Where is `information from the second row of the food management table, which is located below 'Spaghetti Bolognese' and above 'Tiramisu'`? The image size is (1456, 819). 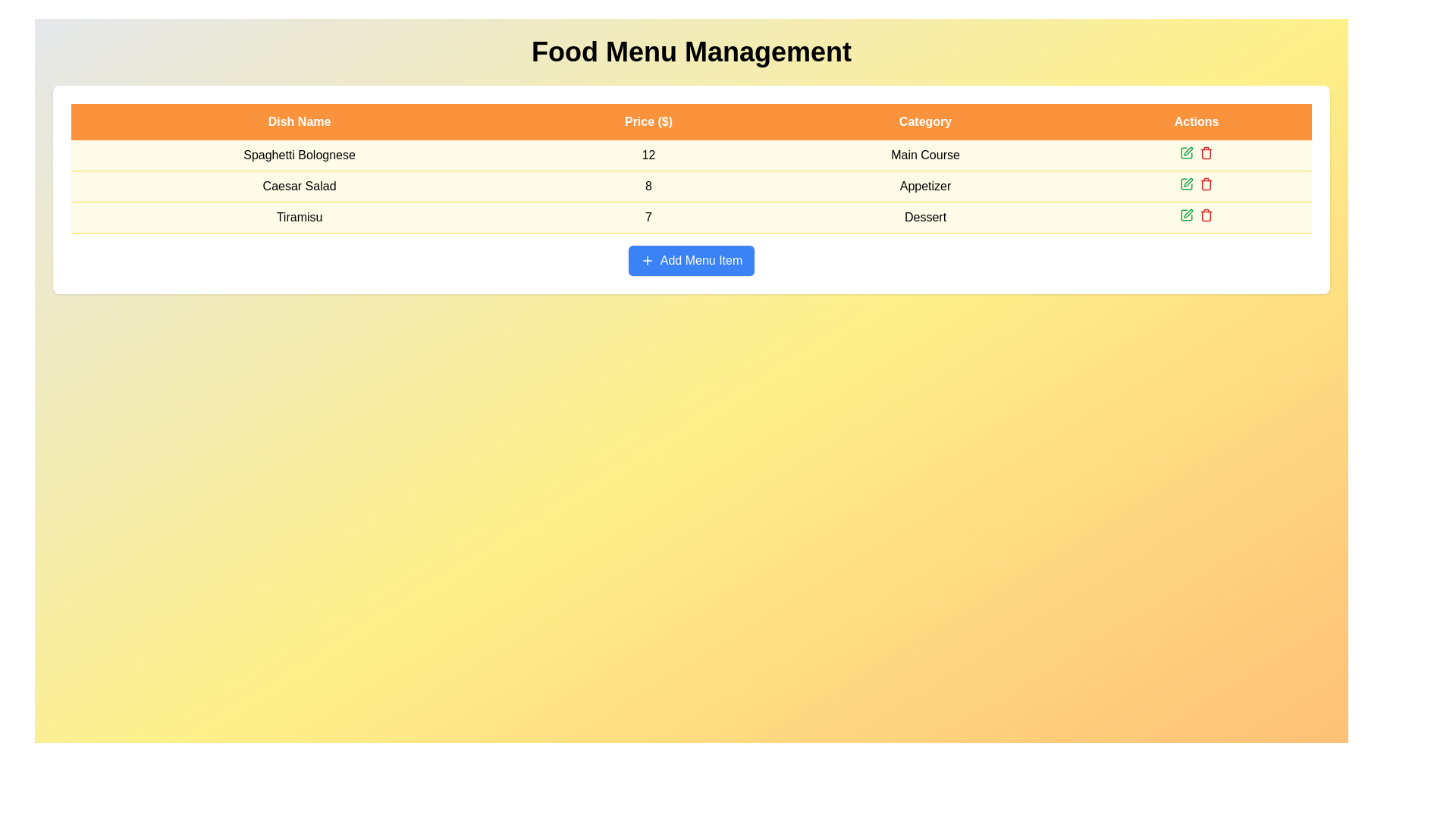
information from the second row of the food management table, which is located below 'Spaghetti Bolognese' and above 'Tiramisu' is located at coordinates (691, 186).